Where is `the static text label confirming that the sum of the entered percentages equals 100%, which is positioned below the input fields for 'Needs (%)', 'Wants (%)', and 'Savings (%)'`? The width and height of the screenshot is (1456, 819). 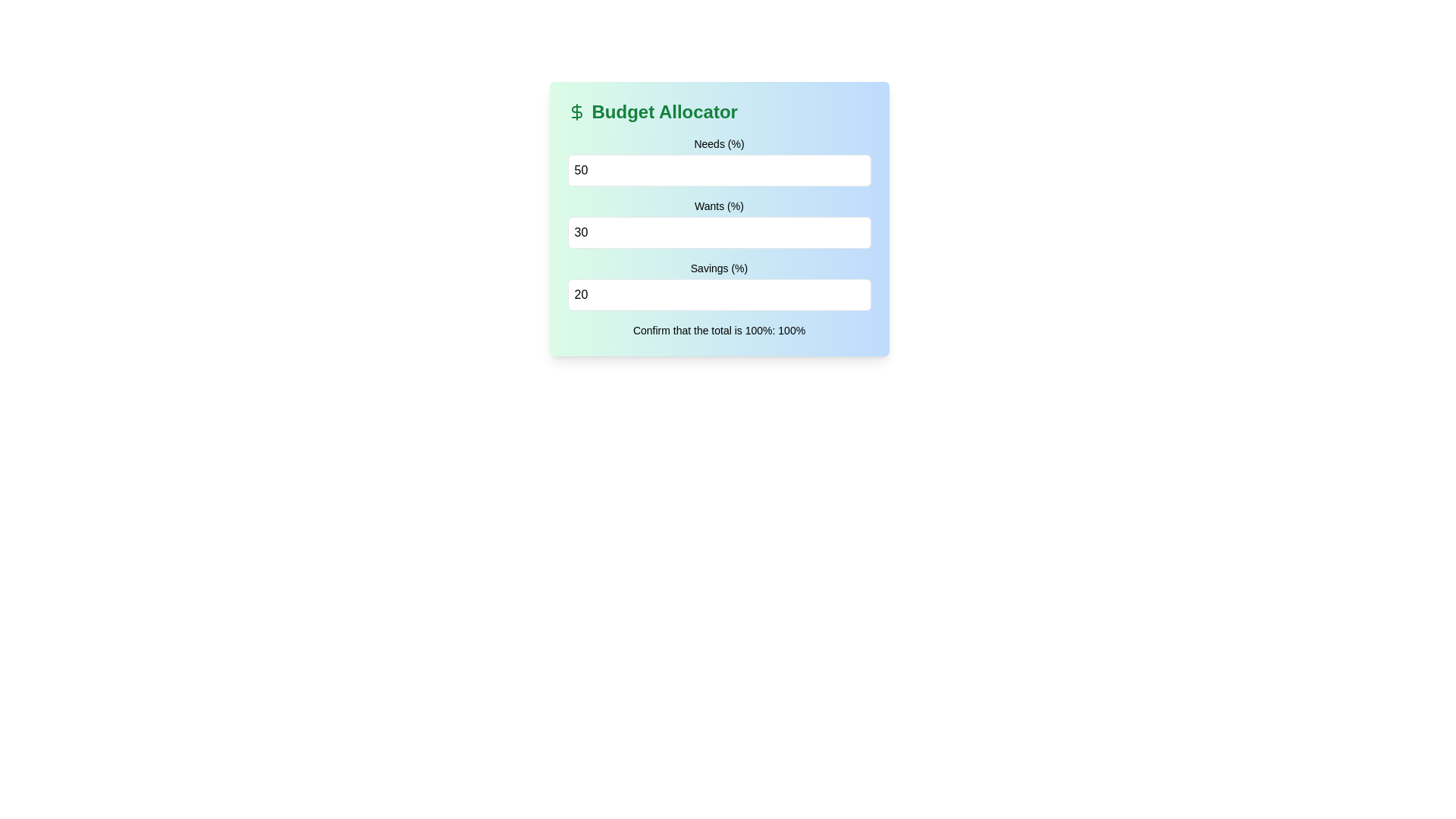 the static text label confirming that the sum of the entered percentages equals 100%, which is positioned below the input fields for 'Needs (%)', 'Wants (%)', and 'Savings (%)' is located at coordinates (718, 329).